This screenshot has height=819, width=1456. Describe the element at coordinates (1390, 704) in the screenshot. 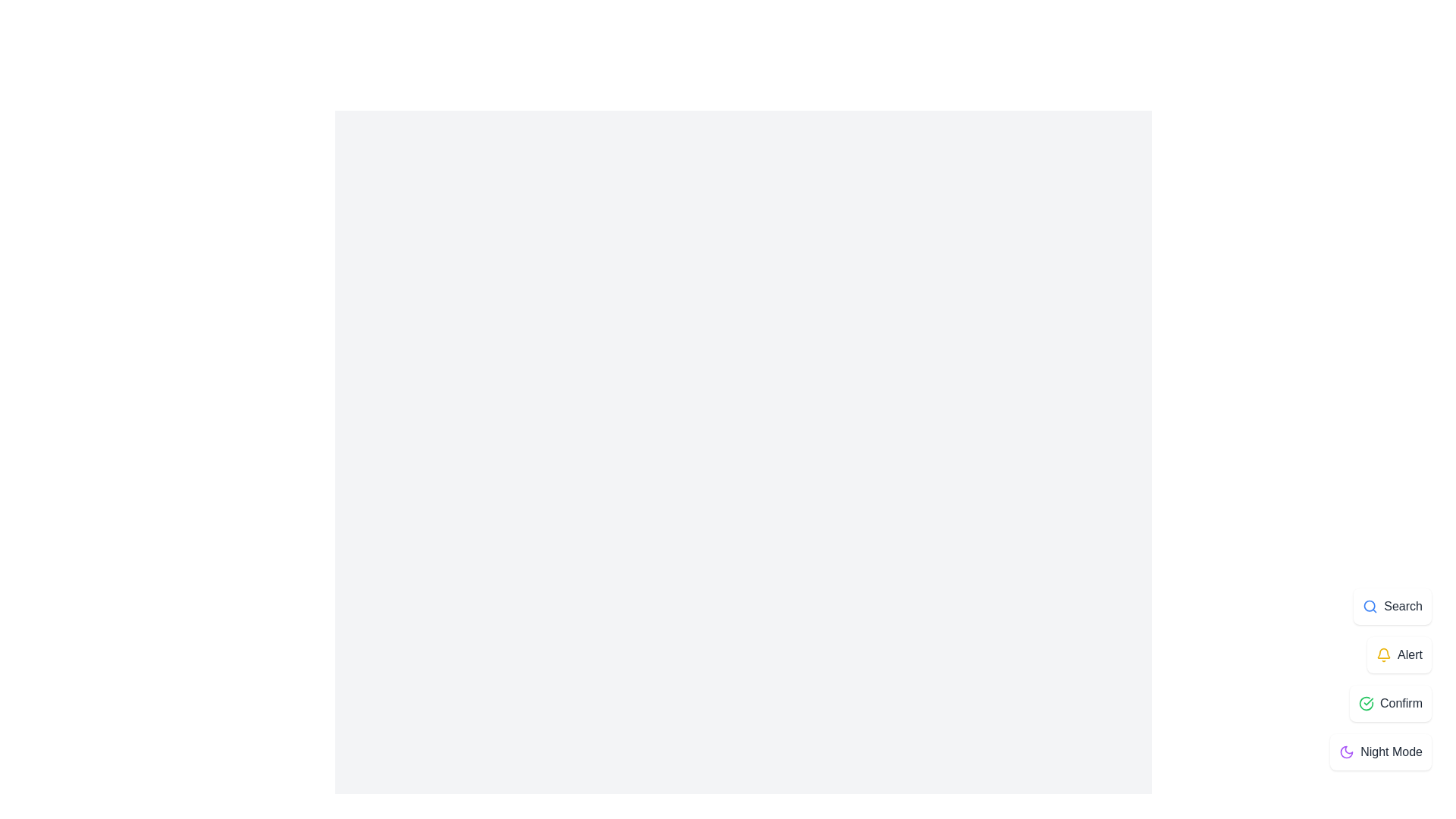

I see `the Confirm button to select the Confirm option` at that location.